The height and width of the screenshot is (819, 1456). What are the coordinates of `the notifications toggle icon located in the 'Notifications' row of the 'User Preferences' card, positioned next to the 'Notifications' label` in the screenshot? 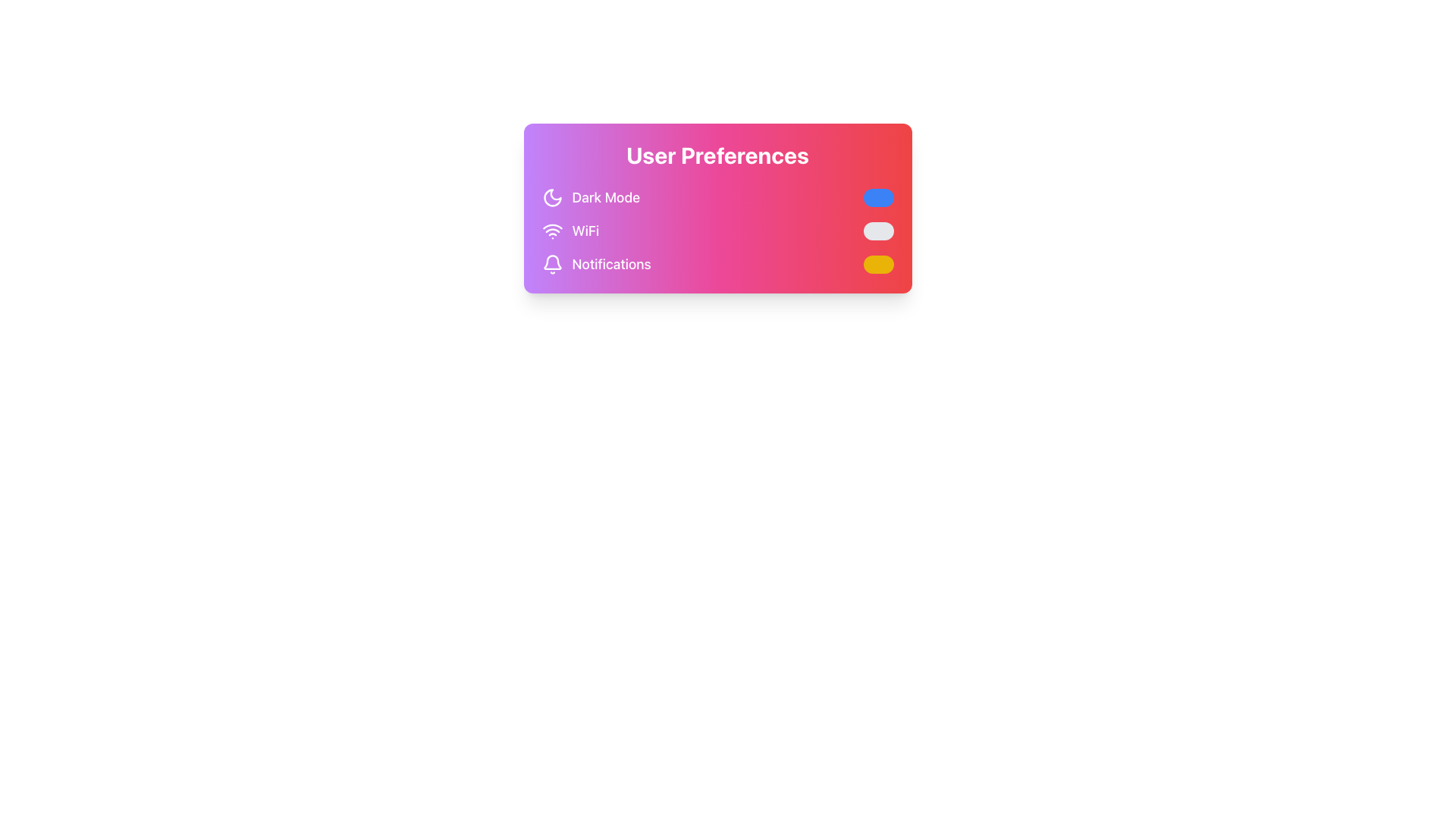 It's located at (551, 263).